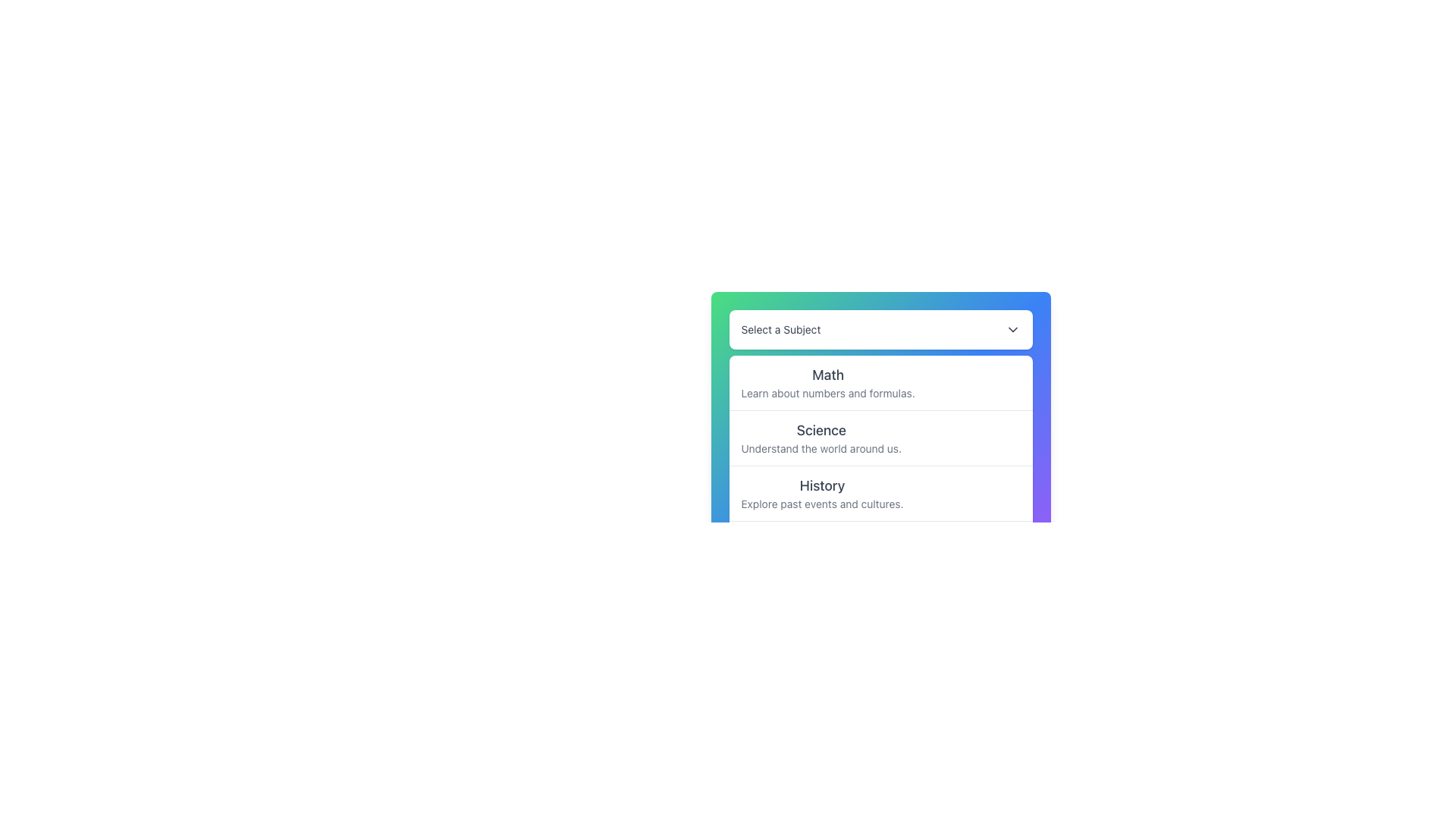  I want to click on text label displaying 'Learn about numbers and formulas.' located directly below the 'Math' title, so click(827, 393).